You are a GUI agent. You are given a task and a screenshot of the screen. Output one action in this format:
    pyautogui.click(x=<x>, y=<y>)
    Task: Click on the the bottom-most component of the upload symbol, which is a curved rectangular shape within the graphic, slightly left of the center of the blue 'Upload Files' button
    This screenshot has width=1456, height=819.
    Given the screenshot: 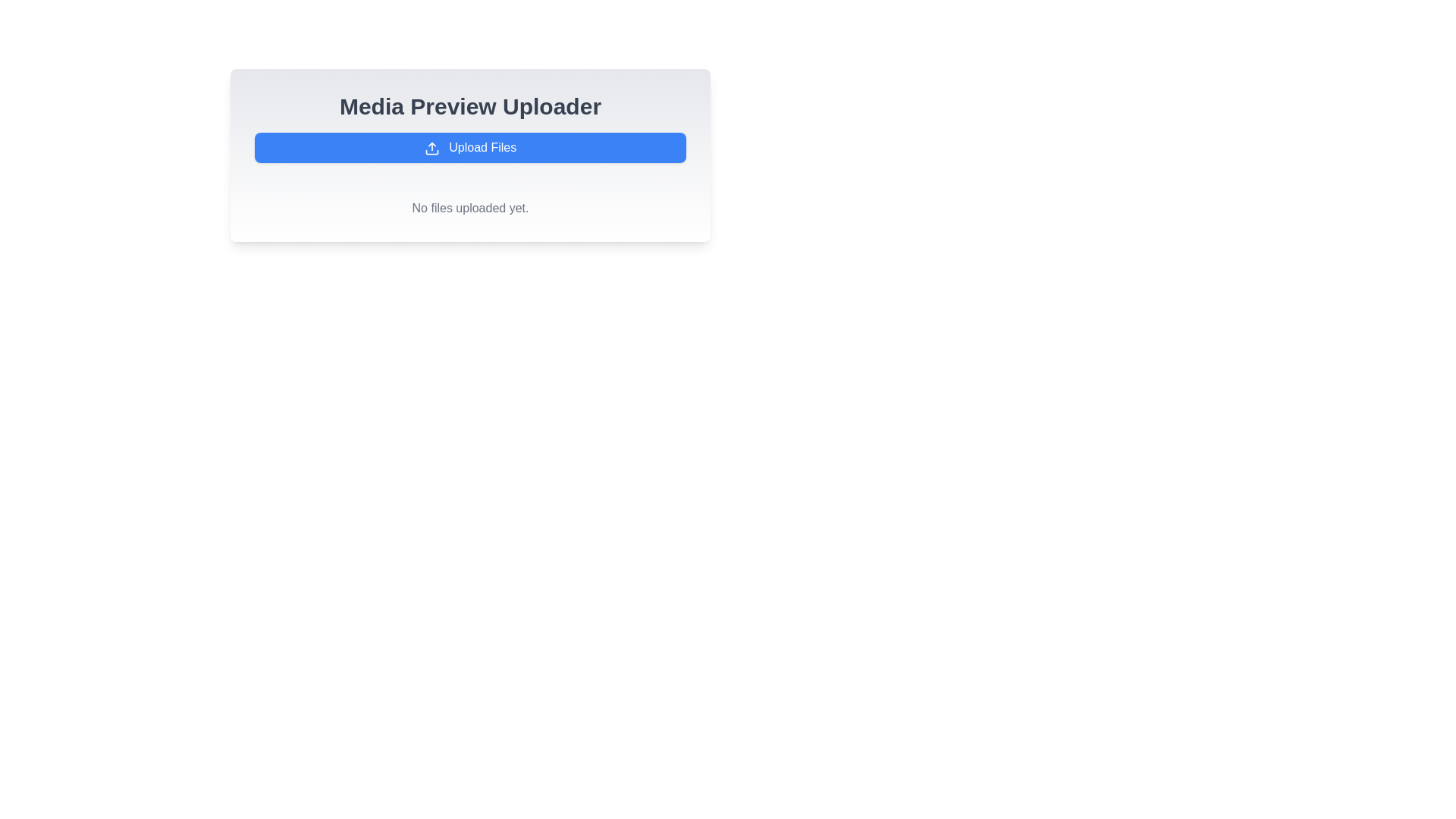 What is the action you would take?
    pyautogui.click(x=431, y=152)
    